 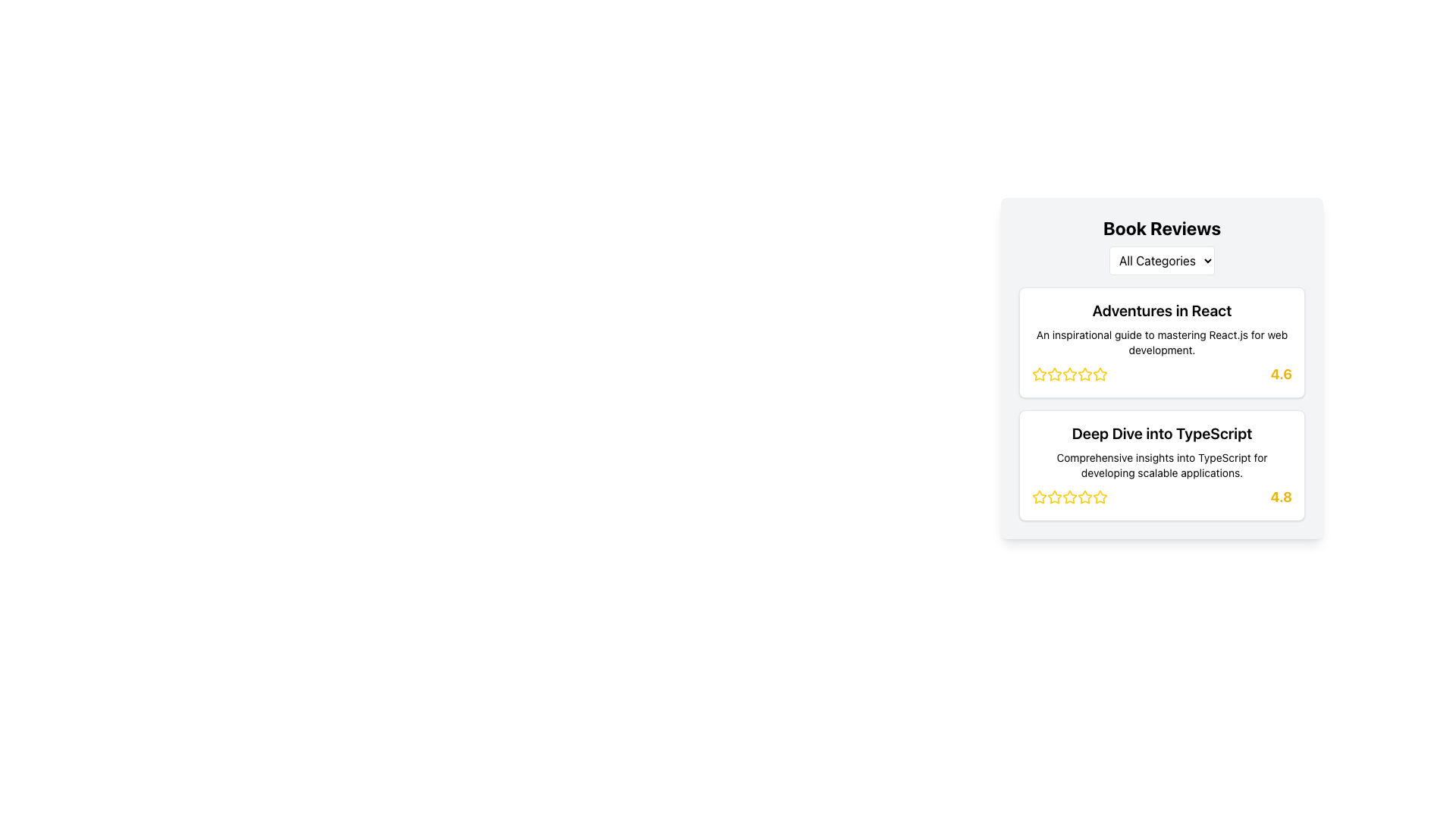 What do you see at coordinates (1161, 309) in the screenshot?
I see `the Header Text which serves as the title for the book in the first book information card under the 'Book Reviews' section` at bounding box center [1161, 309].